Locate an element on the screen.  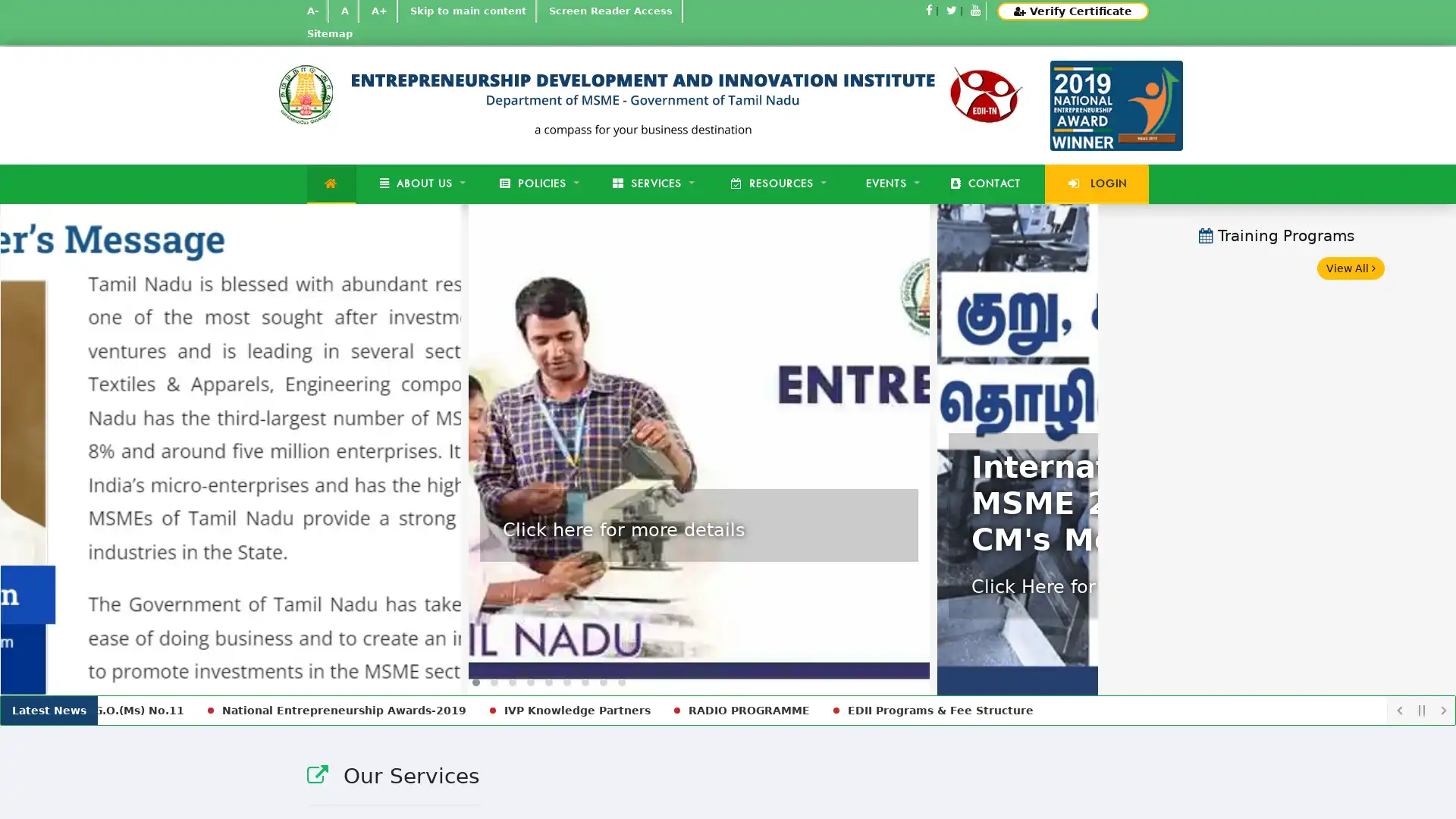
Previous is located at coordinates (30, 433).